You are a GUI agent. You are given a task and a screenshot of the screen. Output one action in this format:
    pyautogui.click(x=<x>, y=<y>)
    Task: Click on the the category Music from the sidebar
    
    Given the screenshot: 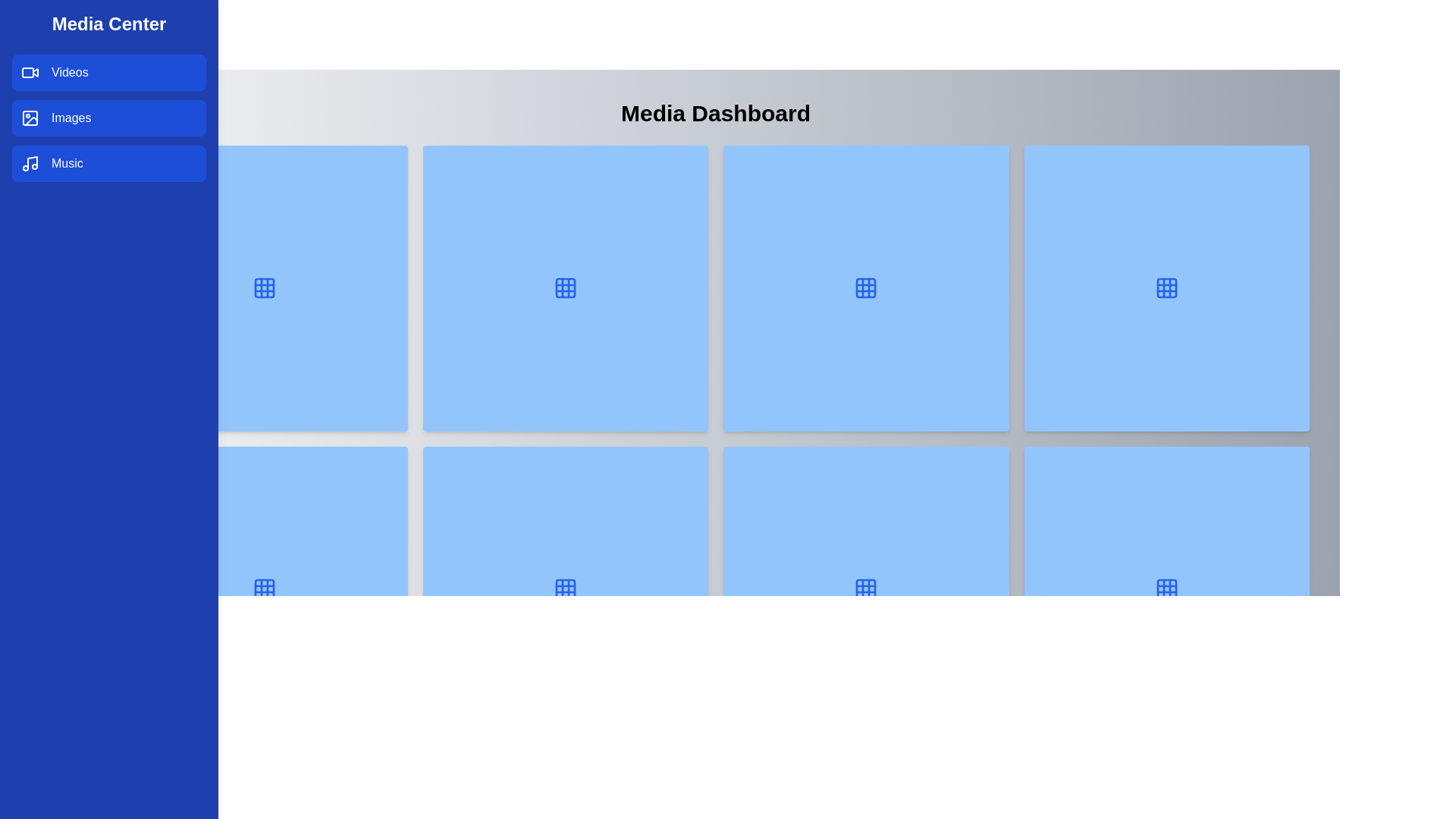 What is the action you would take?
    pyautogui.click(x=108, y=164)
    